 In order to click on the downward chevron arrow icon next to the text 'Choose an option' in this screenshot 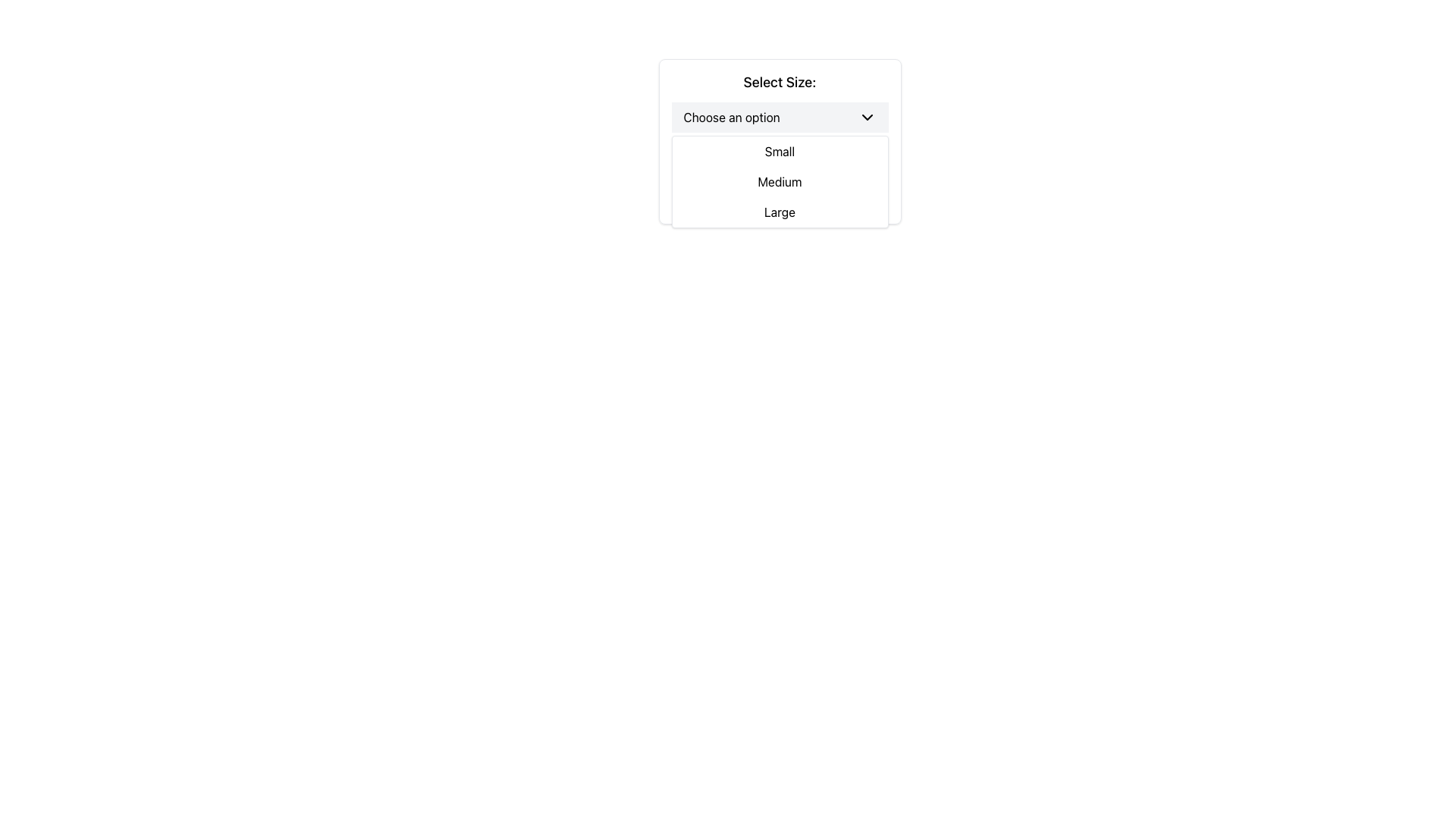, I will do `click(867, 116)`.